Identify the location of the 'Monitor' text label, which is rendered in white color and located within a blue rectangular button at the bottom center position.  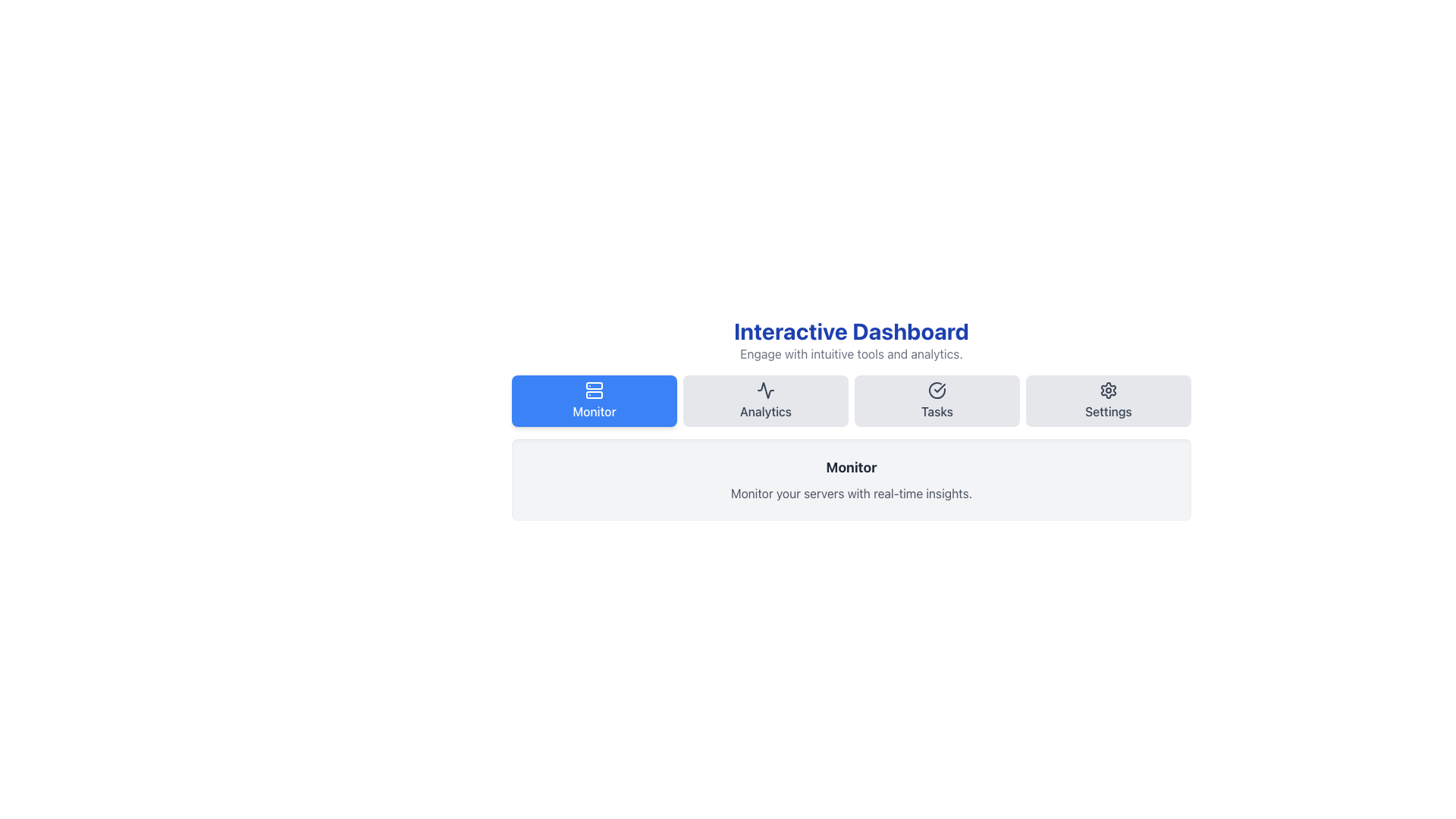
(593, 412).